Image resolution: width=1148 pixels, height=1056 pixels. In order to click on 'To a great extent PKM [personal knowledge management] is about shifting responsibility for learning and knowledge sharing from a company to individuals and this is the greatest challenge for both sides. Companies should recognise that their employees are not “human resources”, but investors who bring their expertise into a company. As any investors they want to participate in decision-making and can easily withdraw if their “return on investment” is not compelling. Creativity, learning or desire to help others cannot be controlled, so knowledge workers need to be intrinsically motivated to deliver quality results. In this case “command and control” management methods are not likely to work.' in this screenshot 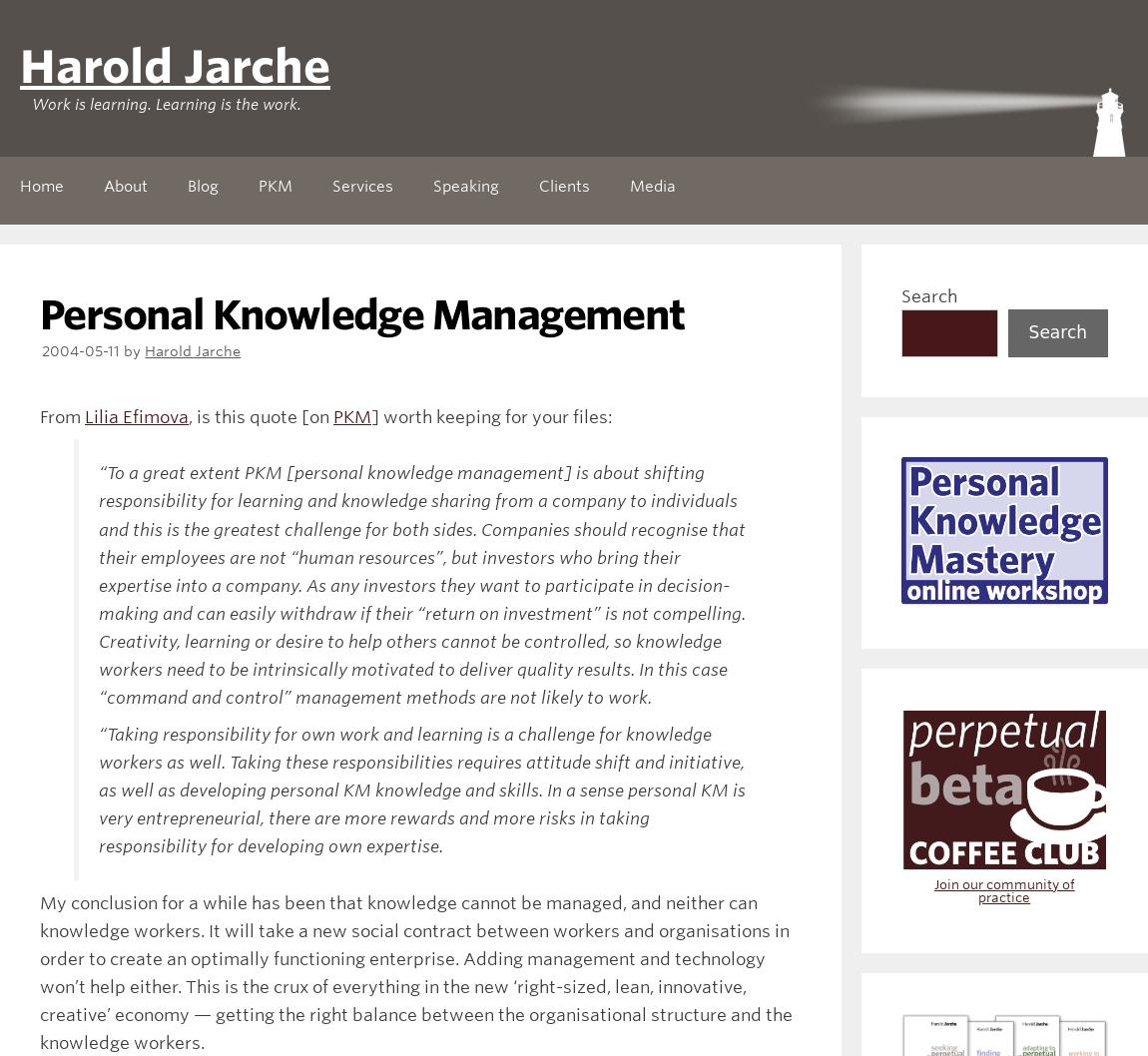, I will do `click(421, 585)`.